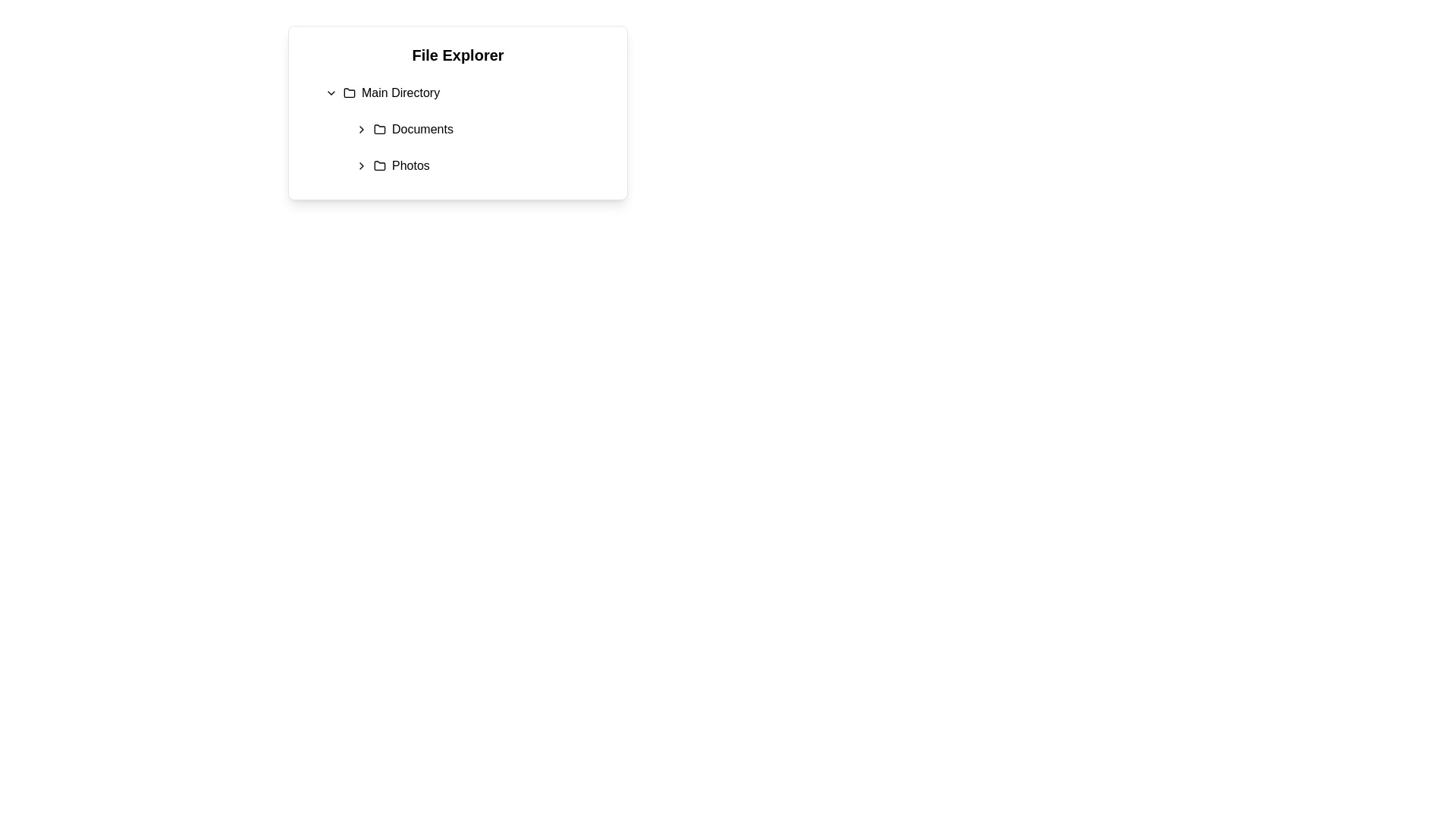 The image size is (1456, 819). Describe the element at coordinates (379, 165) in the screenshot. I see `the folder icon adjacent to the 'Photos' label` at that location.